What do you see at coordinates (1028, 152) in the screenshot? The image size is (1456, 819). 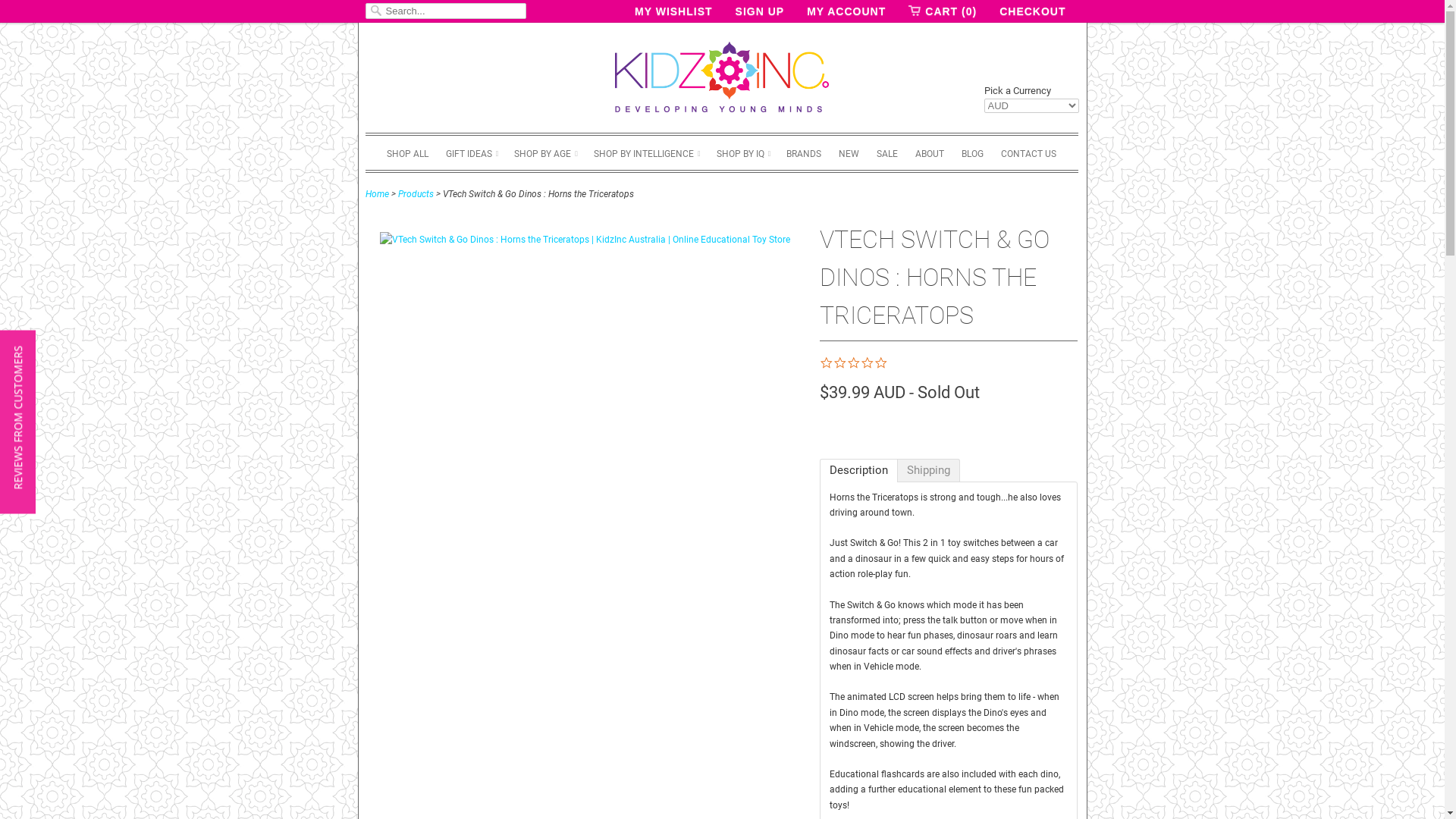 I see `'CONTACT US'` at bounding box center [1028, 152].